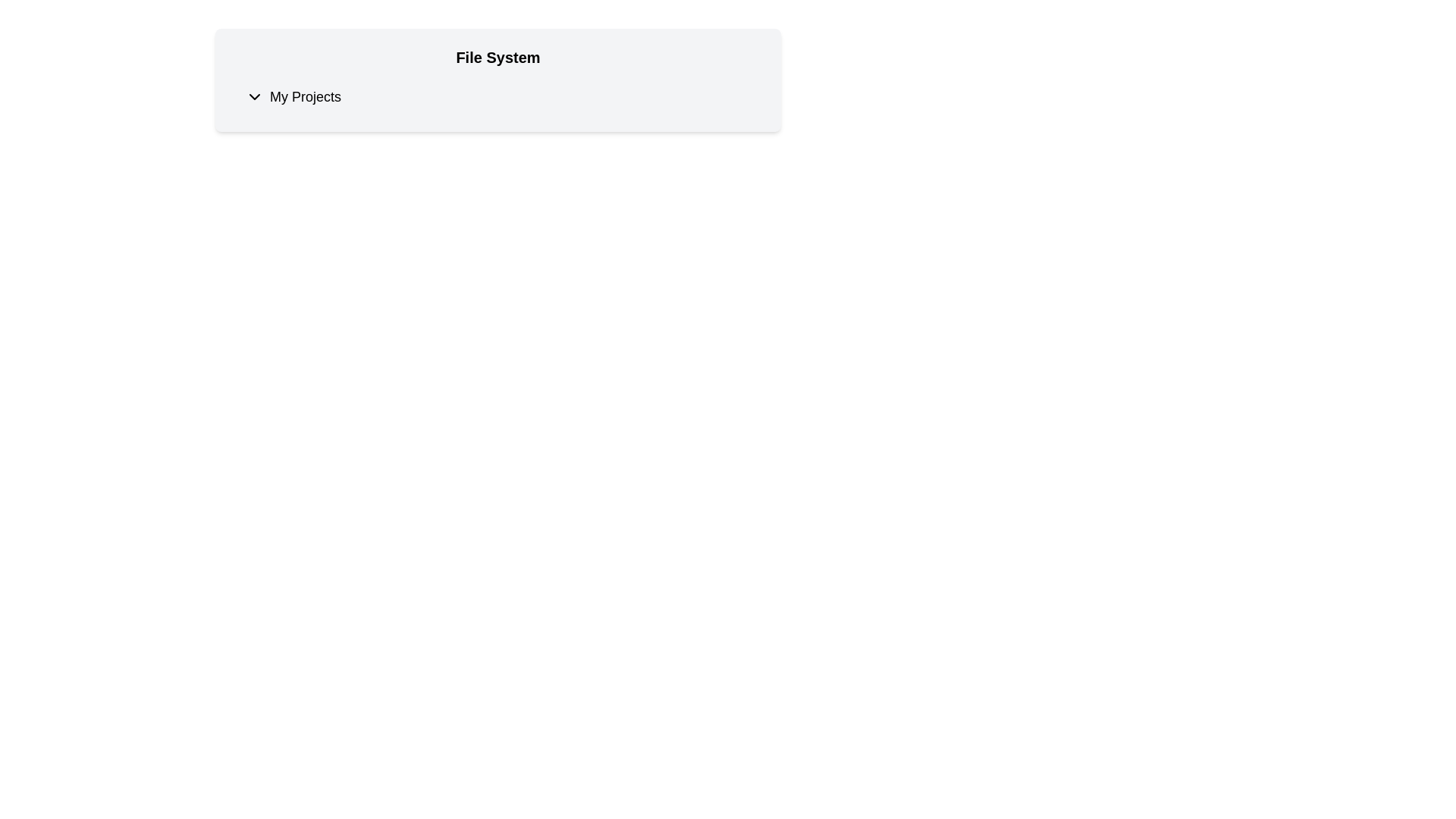  What do you see at coordinates (305, 96) in the screenshot?
I see `the 'My Projects' text label to read its content` at bounding box center [305, 96].